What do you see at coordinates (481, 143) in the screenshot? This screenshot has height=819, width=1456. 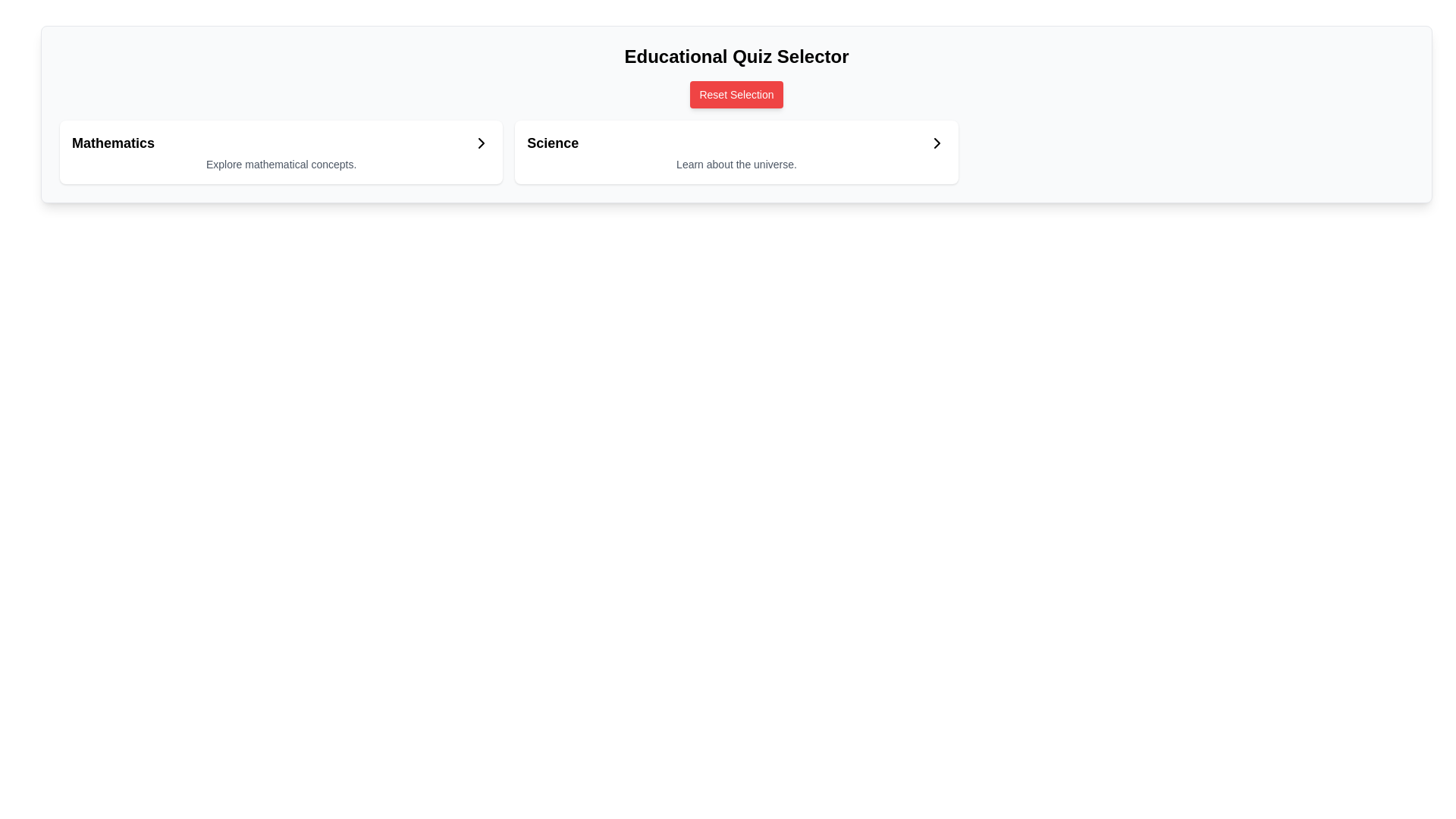 I see `the rightward-pointing chevron arrow icon located within the Mathematics button` at bounding box center [481, 143].